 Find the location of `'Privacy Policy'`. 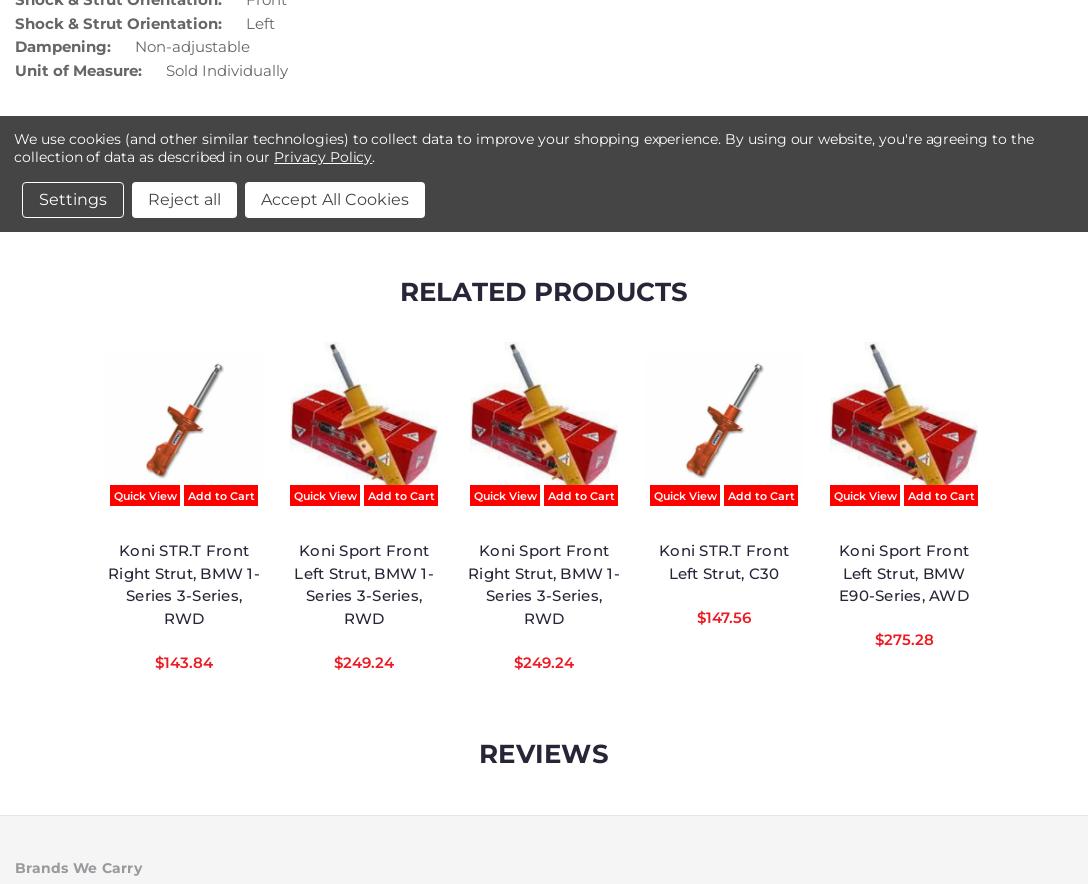

'Privacy Policy' is located at coordinates (323, 156).